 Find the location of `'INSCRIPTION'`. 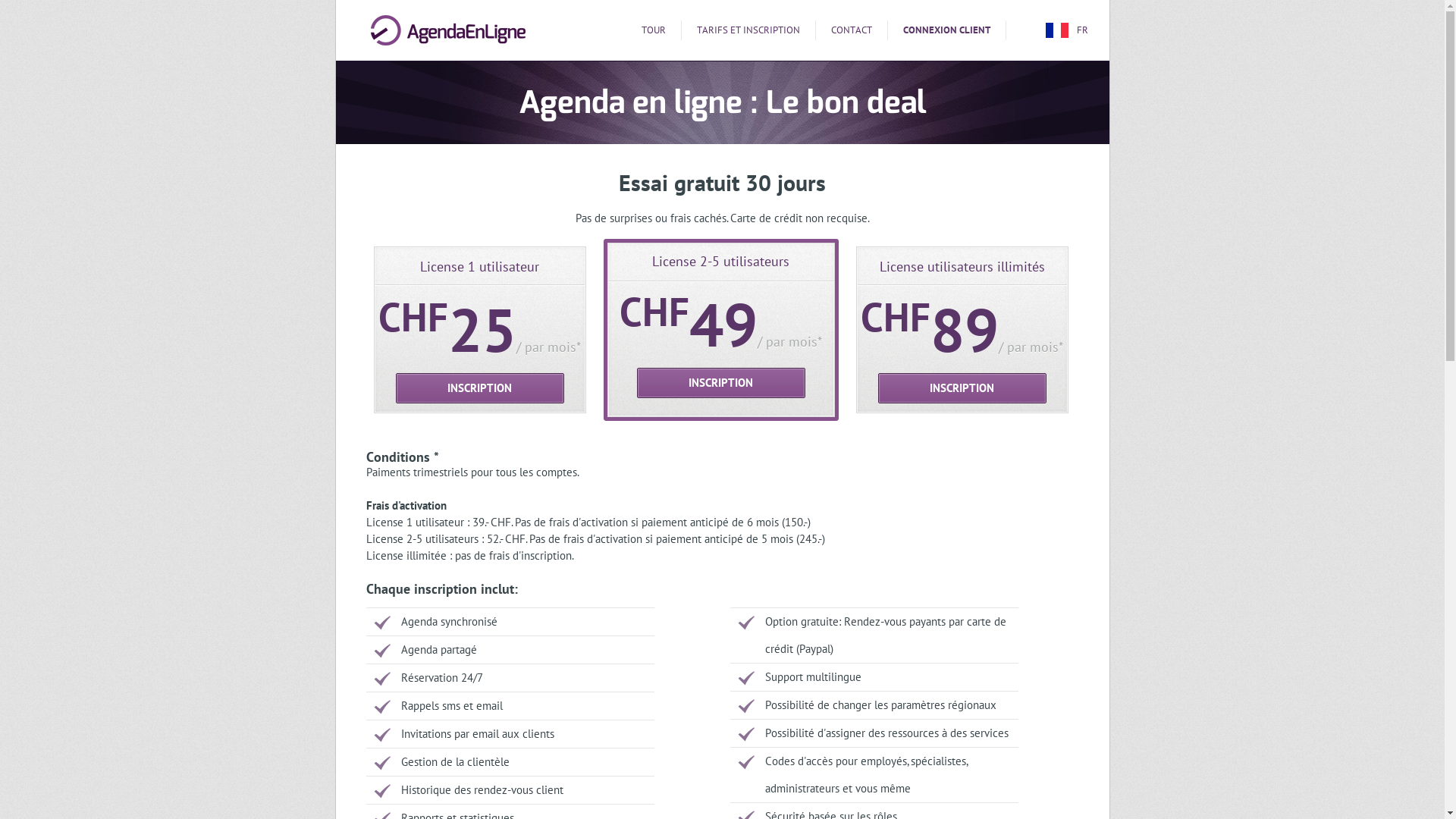

'INSCRIPTION' is located at coordinates (637, 382).